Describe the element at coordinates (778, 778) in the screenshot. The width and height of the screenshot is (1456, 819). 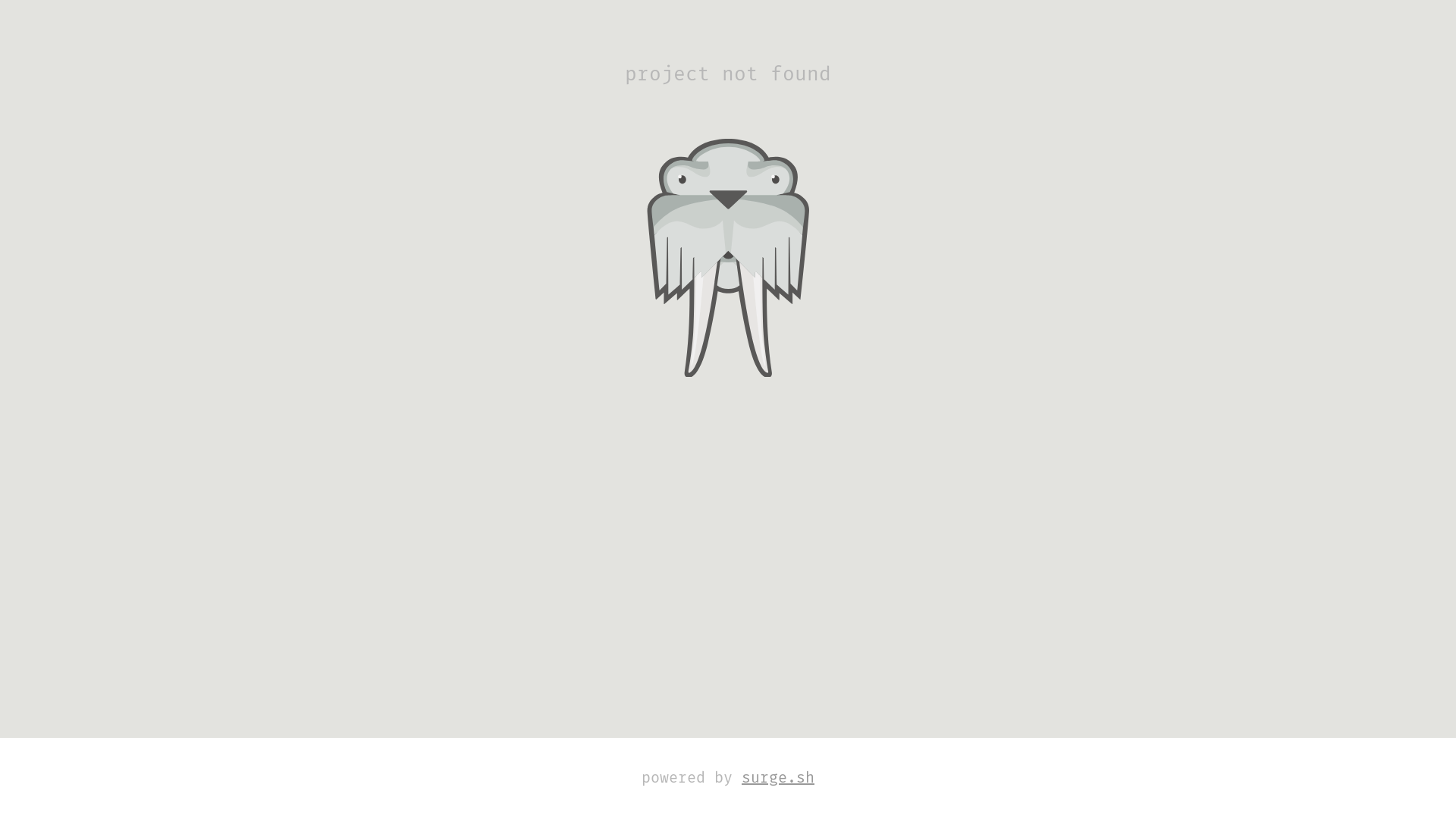
I see `'surge.sh'` at that location.